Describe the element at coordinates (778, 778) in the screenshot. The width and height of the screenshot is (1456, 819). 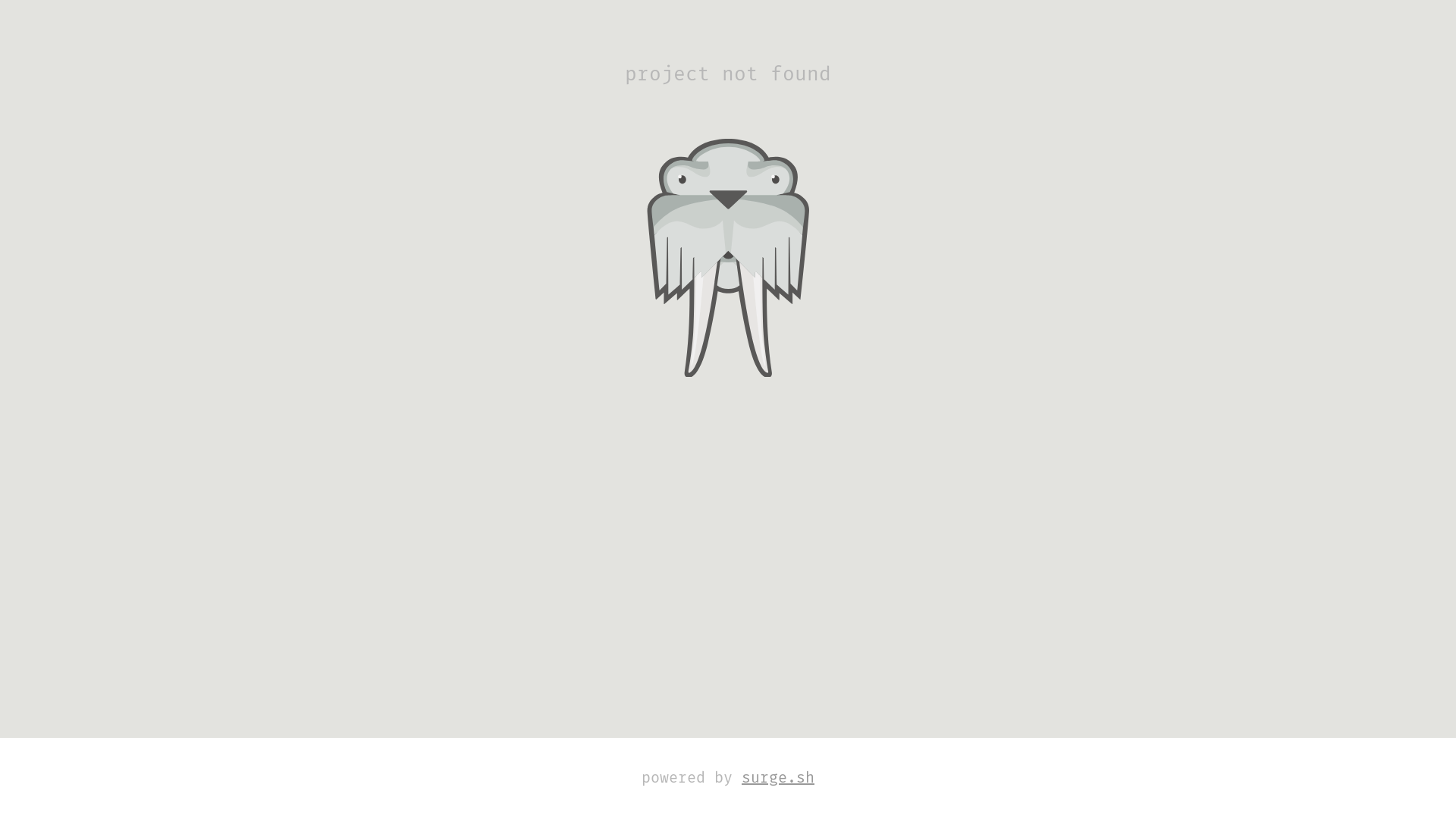
I see `'surge.sh'` at that location.